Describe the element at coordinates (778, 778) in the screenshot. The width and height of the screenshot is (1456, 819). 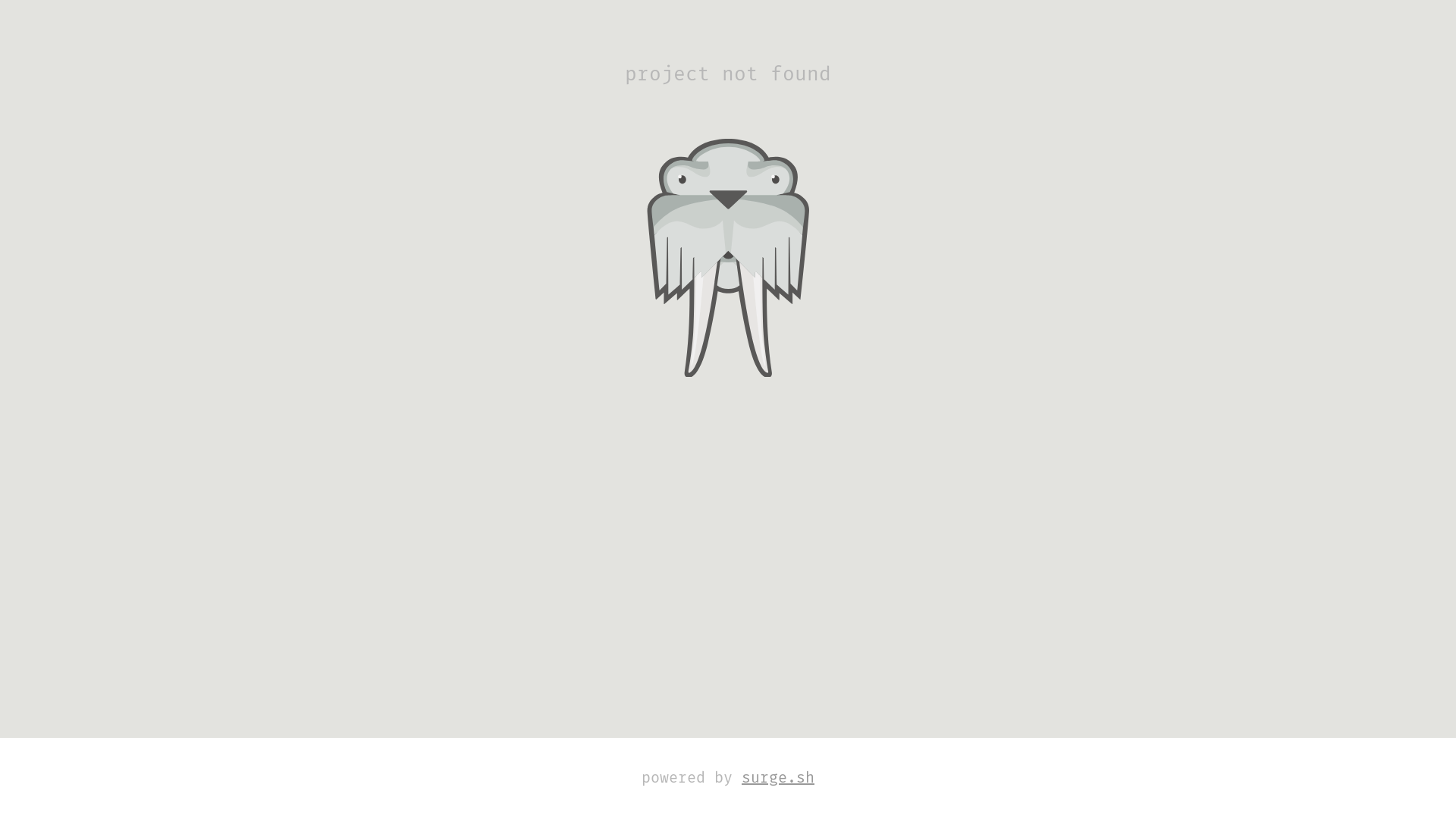
I see `'surge.sh'` at that location.